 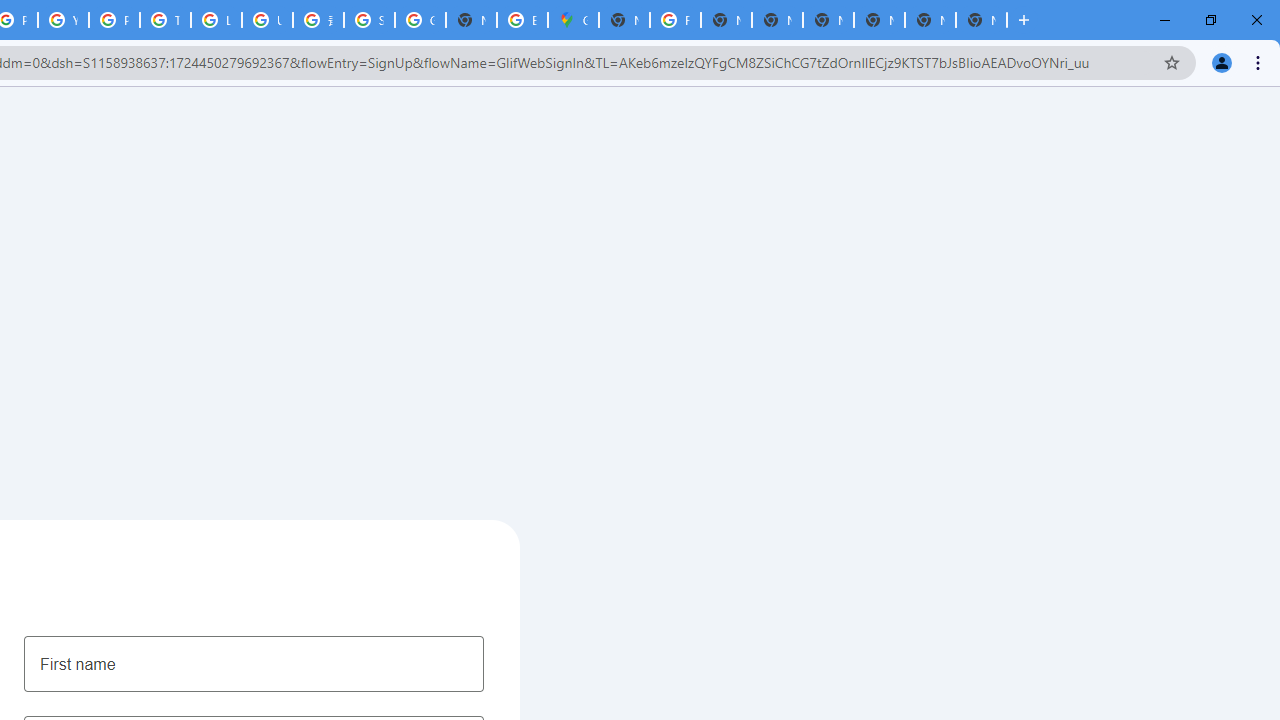 What do you see at coordinates (1171, 61) in the screenshot?
I see `'Bookmark this tab'` at bounding box center [1171, 61].